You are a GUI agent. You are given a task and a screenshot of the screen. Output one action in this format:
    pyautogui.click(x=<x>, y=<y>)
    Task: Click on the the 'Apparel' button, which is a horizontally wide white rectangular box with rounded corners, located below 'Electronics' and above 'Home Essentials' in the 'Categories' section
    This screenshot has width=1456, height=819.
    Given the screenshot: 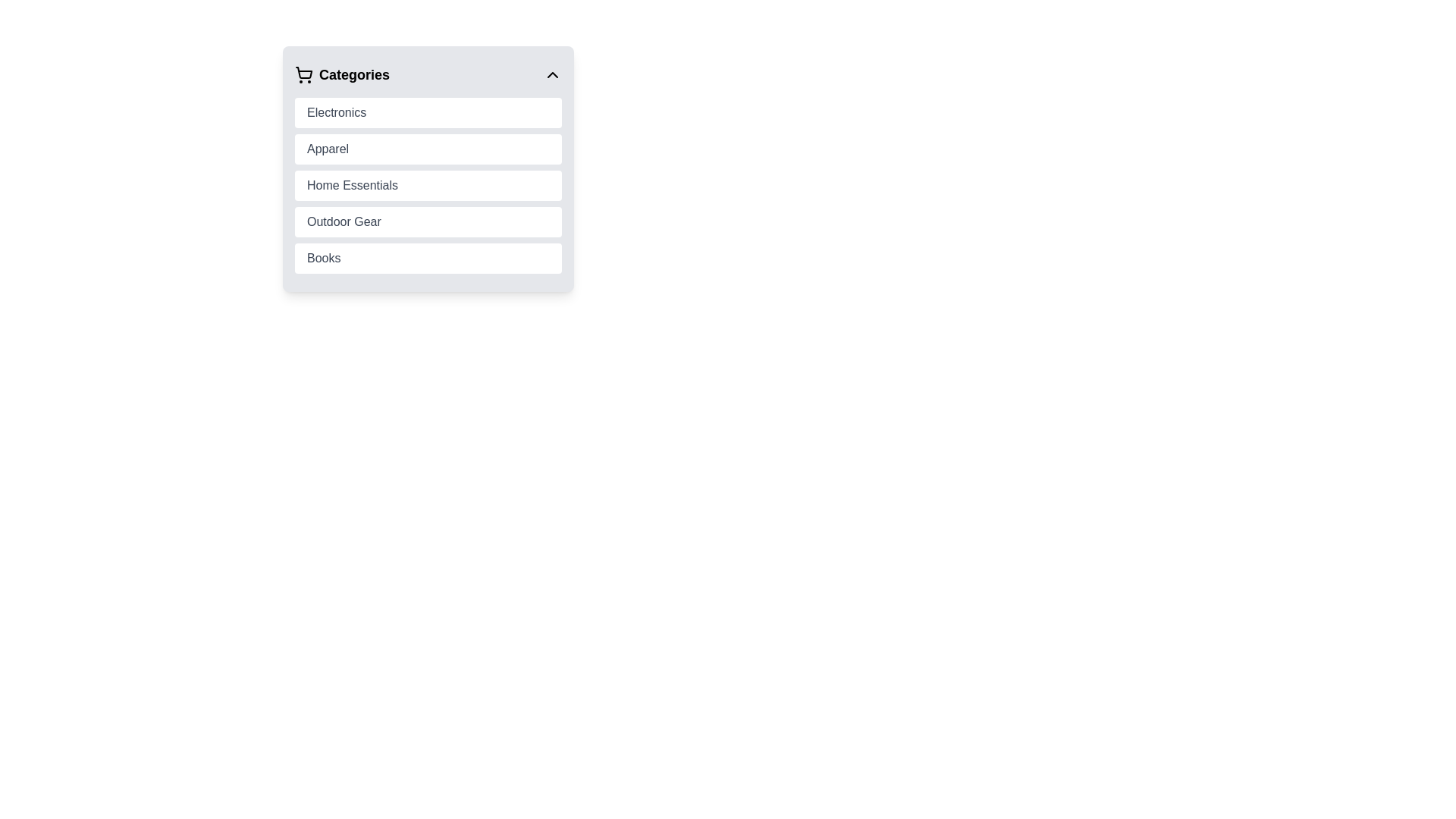 What is the action you would take?
    pyautogui.click(x=428, y=149)
    